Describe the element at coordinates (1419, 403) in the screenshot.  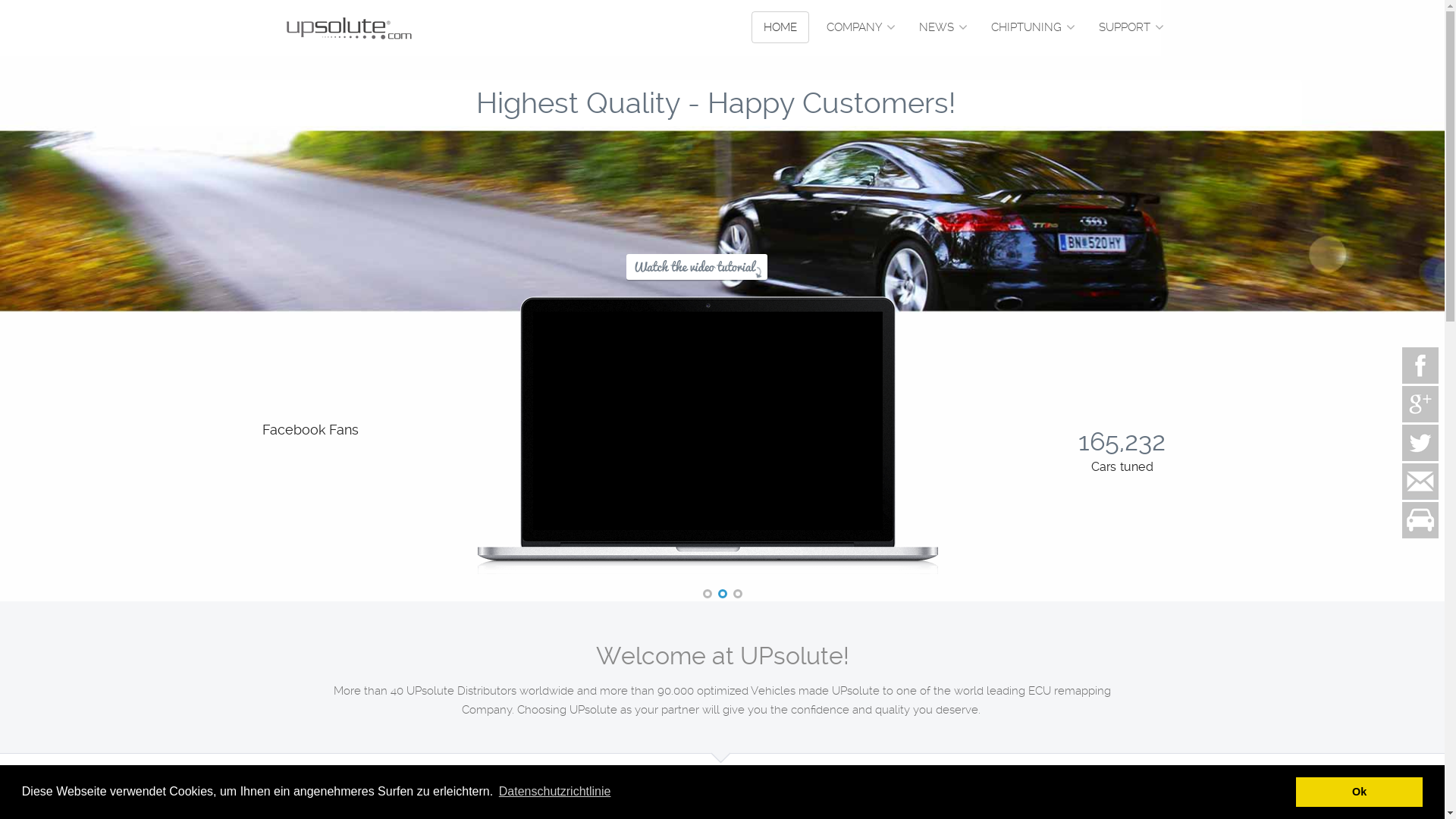
I see `'Google+'` at that location.